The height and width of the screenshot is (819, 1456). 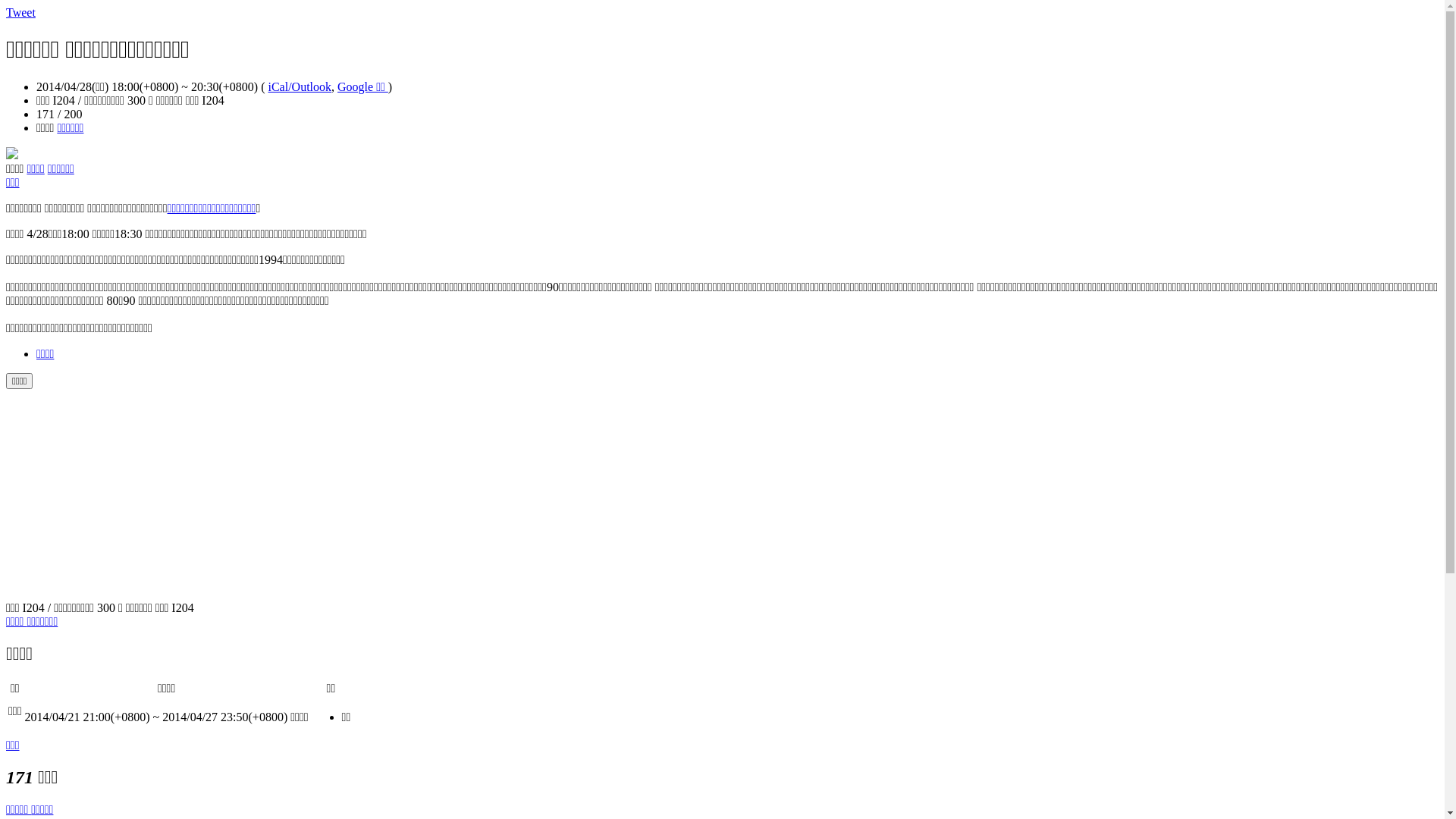 What do you see at coordinates (6, 12) in the screenshot?
I see `'Tweet'` at bounding box center [6, 12].